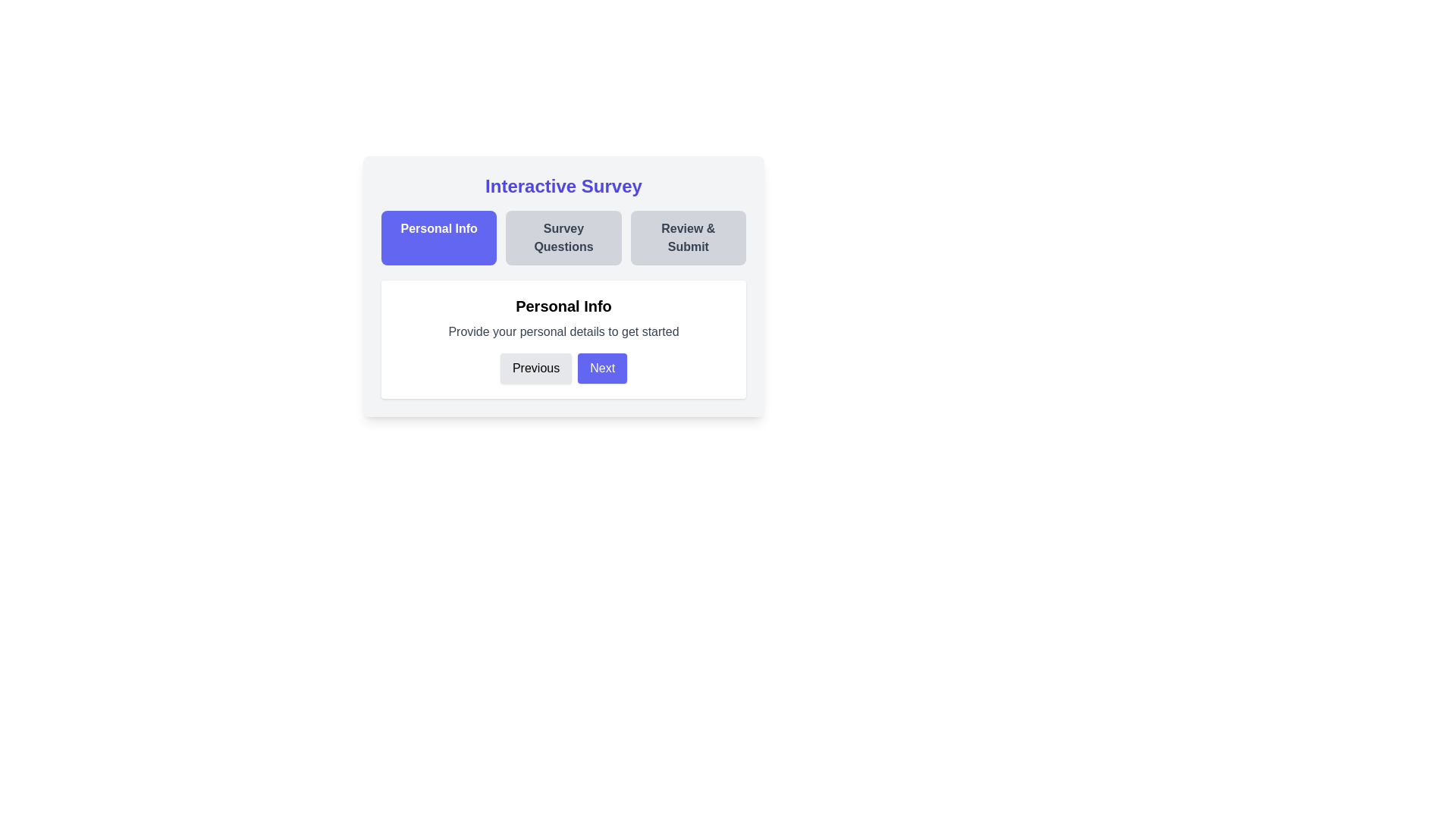  I want to click on the step title Review & Submit to navigate to the corresponding step, so click(687, 237).